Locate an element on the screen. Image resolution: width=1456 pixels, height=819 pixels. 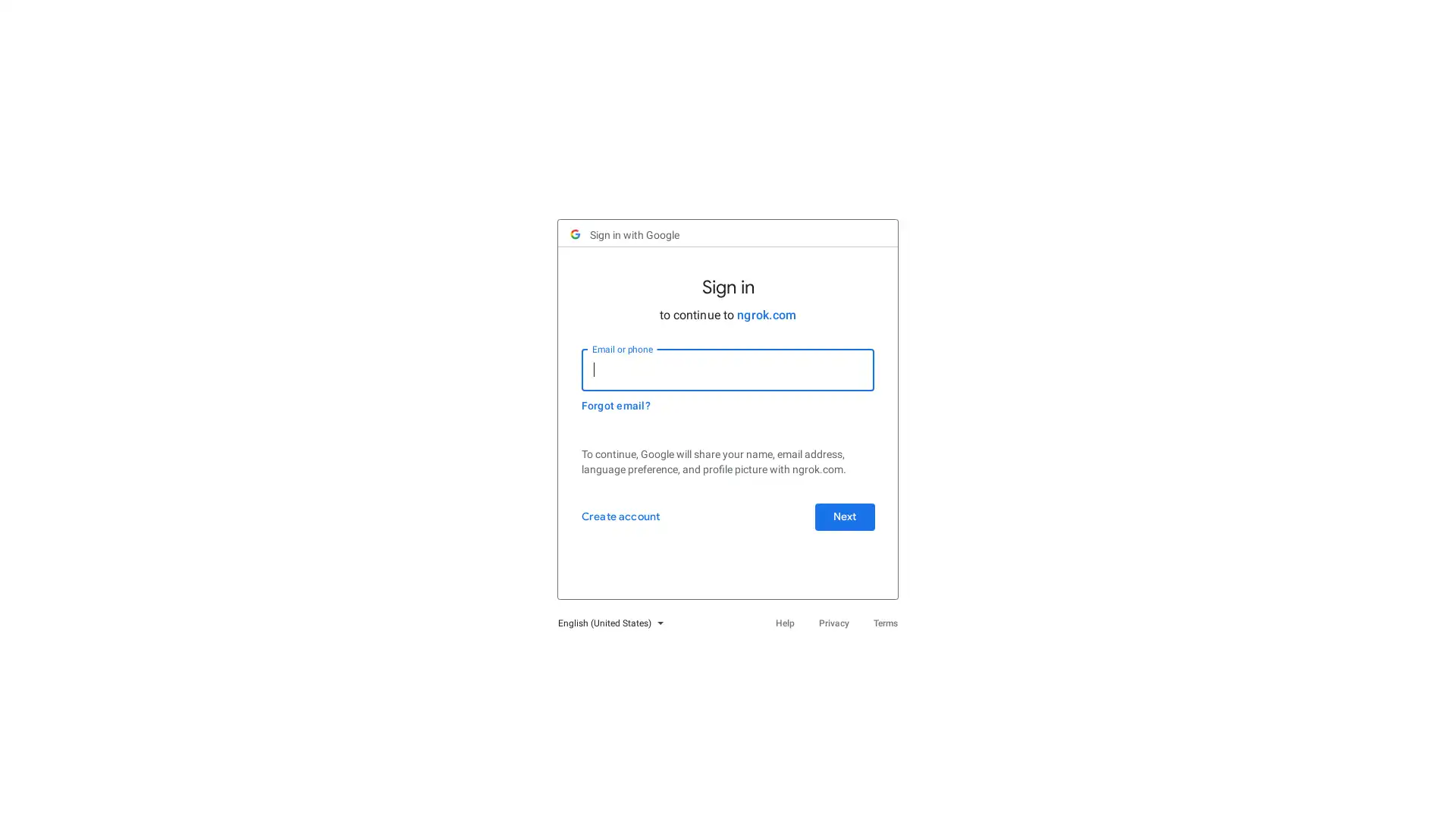
ngrok.com is located at coordinates (767, 324).